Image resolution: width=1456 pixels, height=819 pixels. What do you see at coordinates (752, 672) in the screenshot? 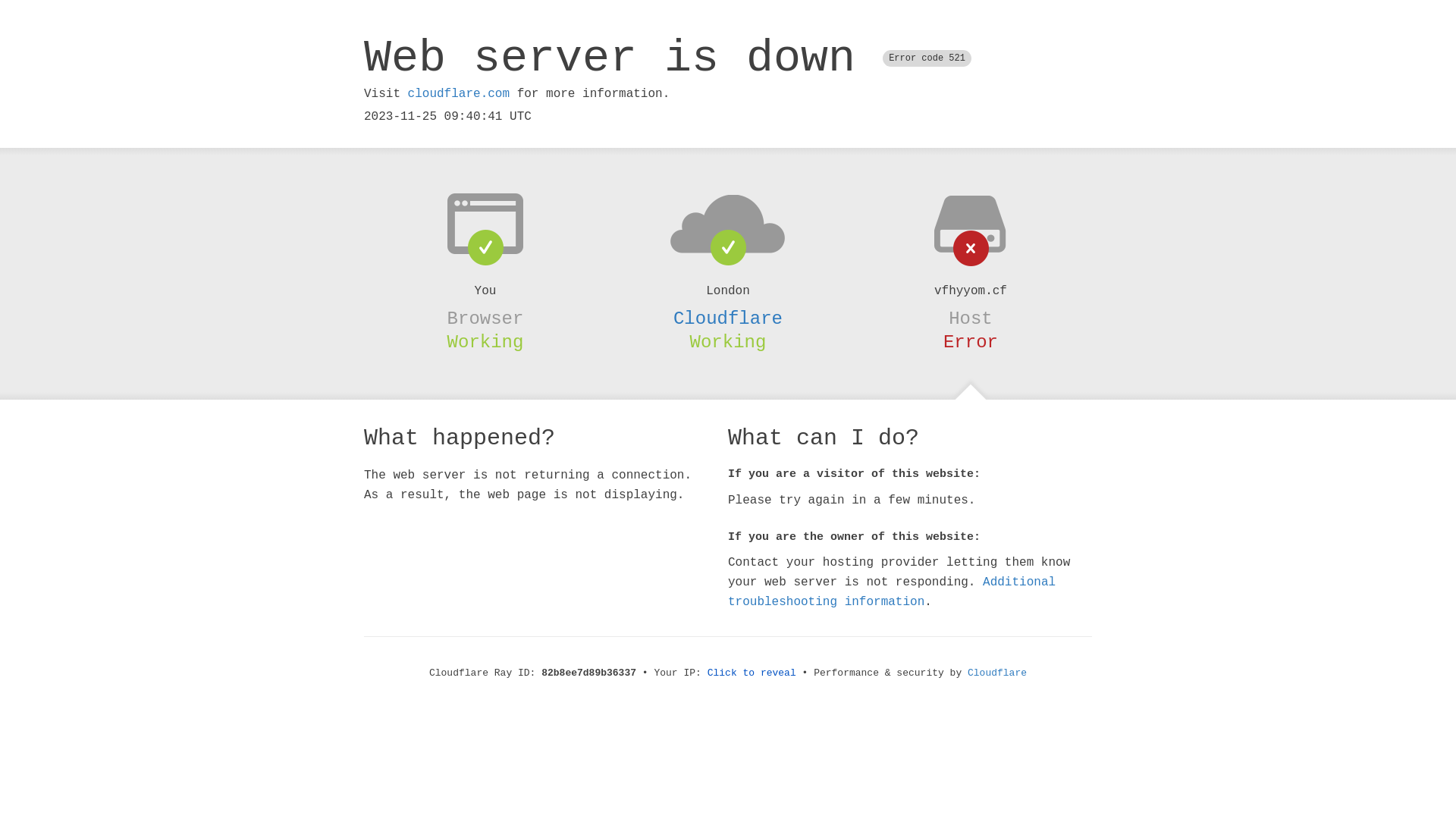
I see `'Click to reveal'` at bounding box center [752, 672].